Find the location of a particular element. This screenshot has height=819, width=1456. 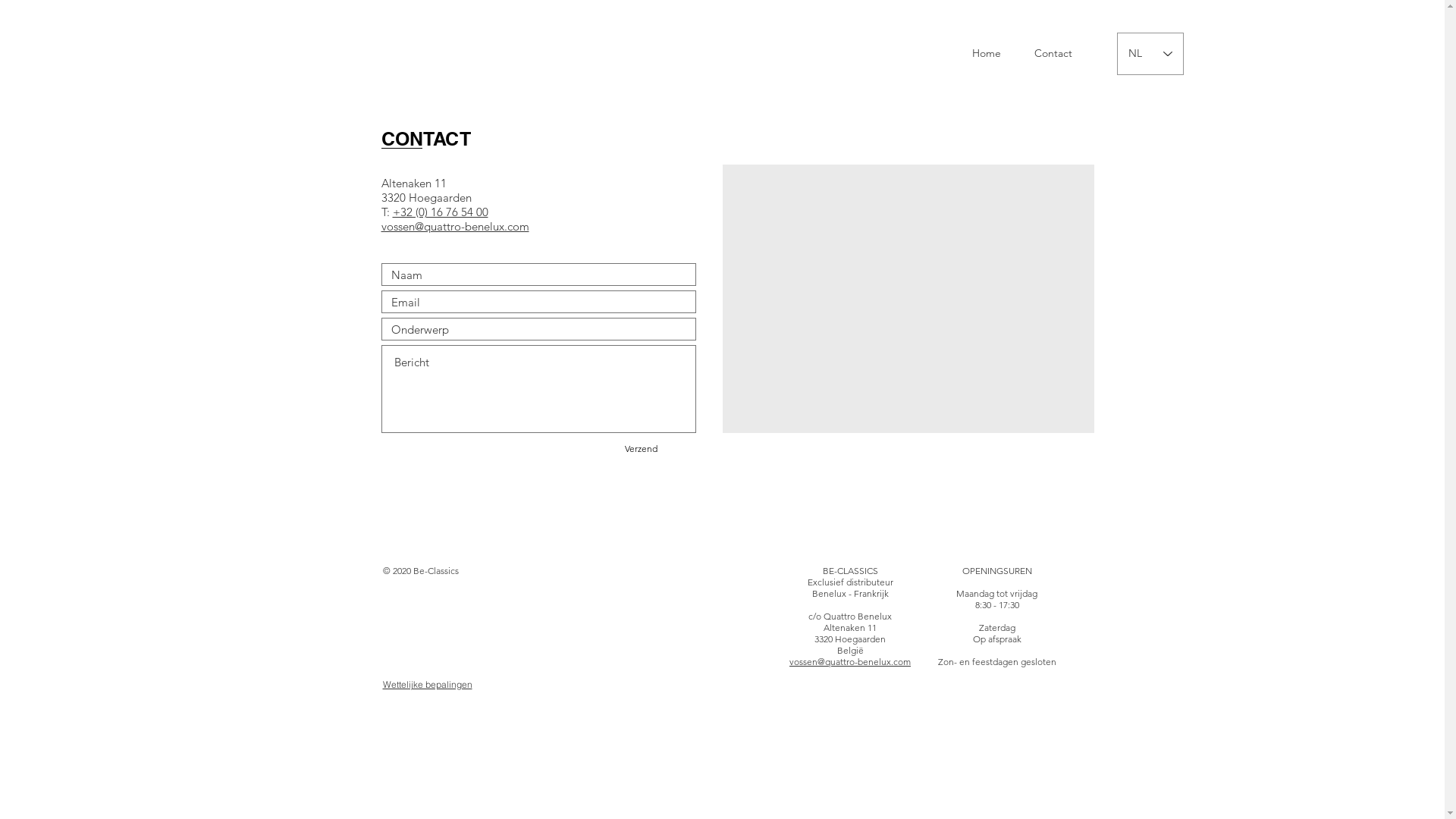

'+32 (0) 16 76 54 00' is located at coordinates (439, 212).